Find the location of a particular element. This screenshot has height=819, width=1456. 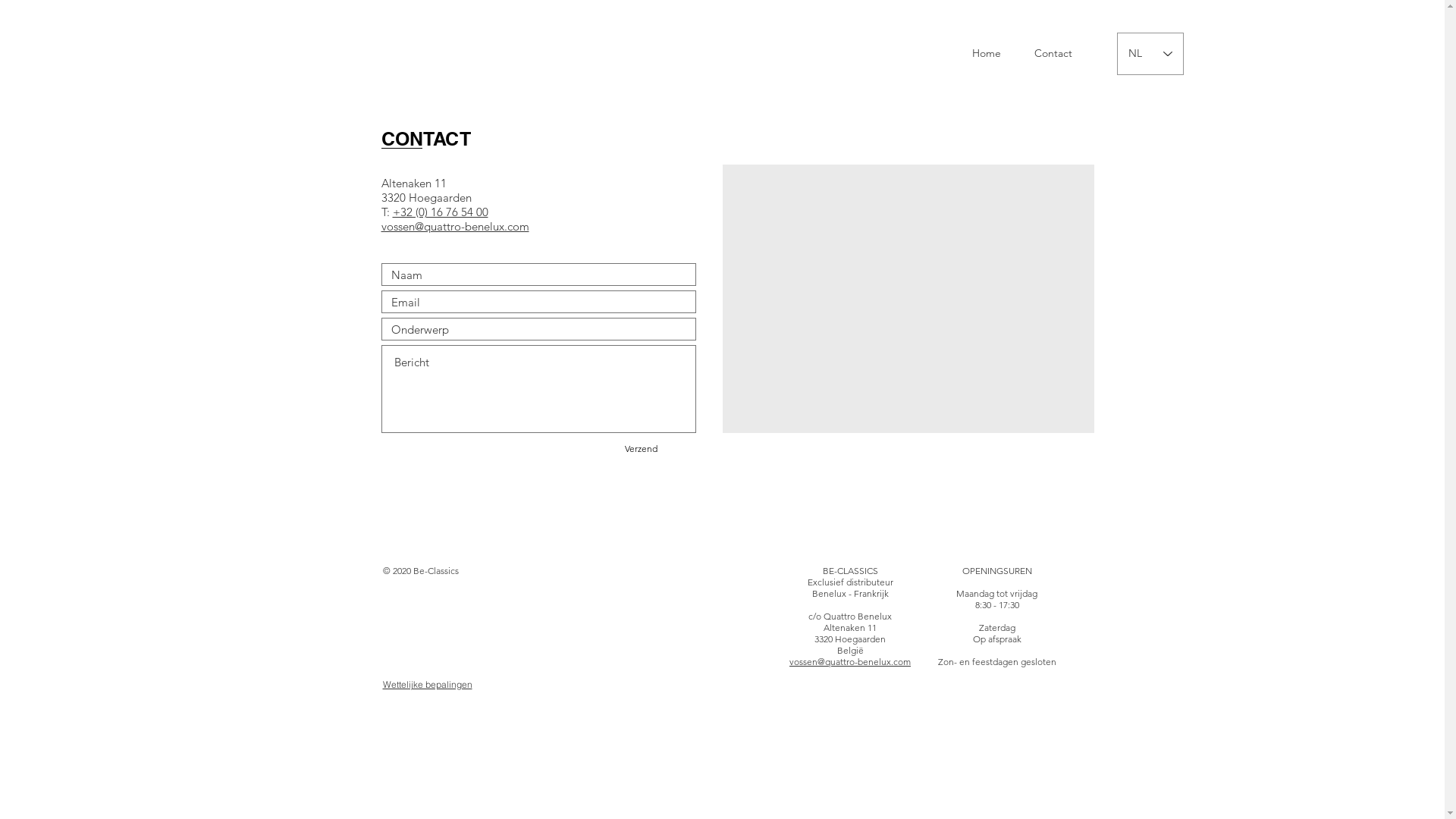

'+32 (0) 16 76 54 00' is located at coordinates (439, 212).